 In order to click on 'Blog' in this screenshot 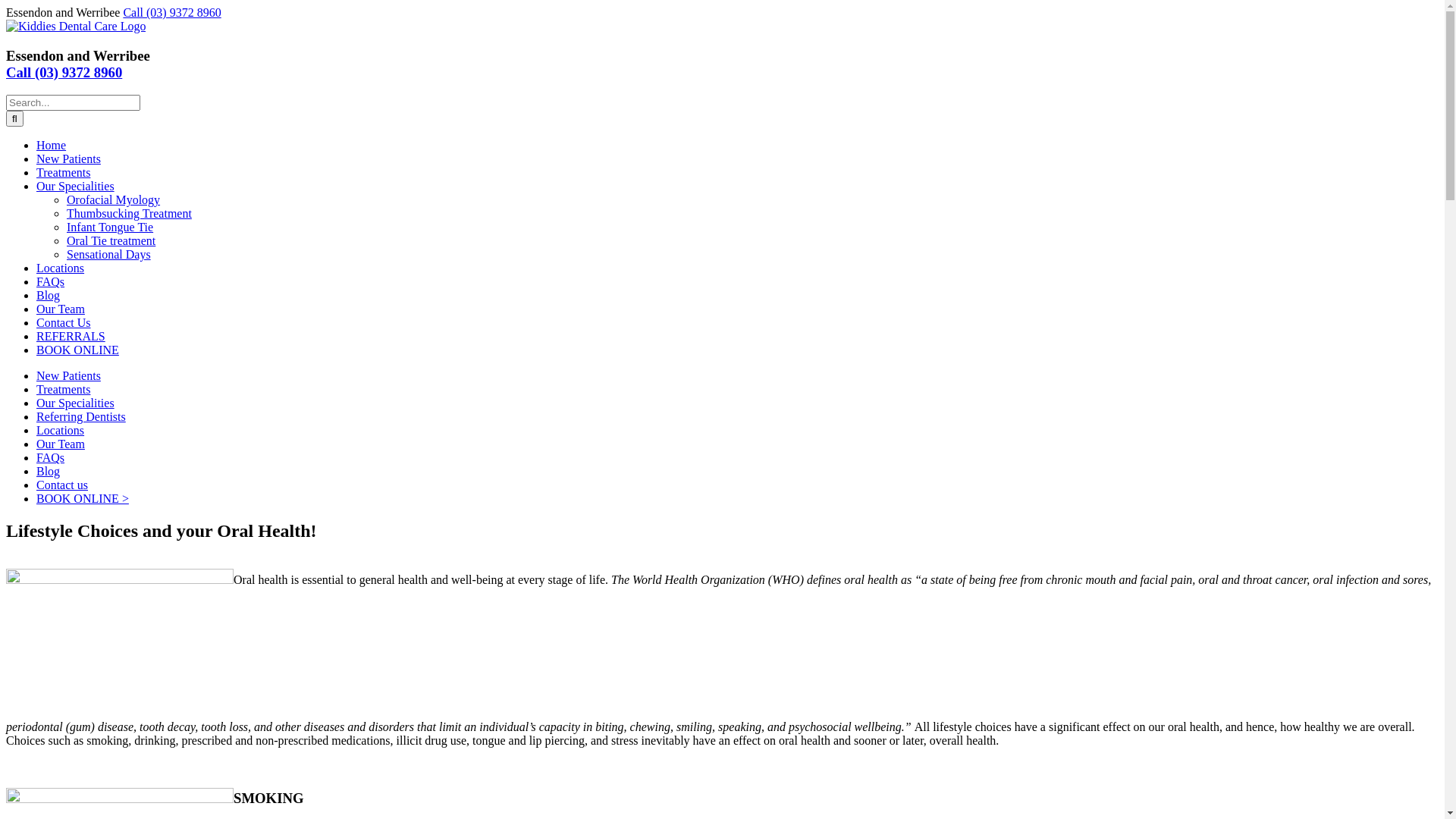, I will do `click(48, 295)`.